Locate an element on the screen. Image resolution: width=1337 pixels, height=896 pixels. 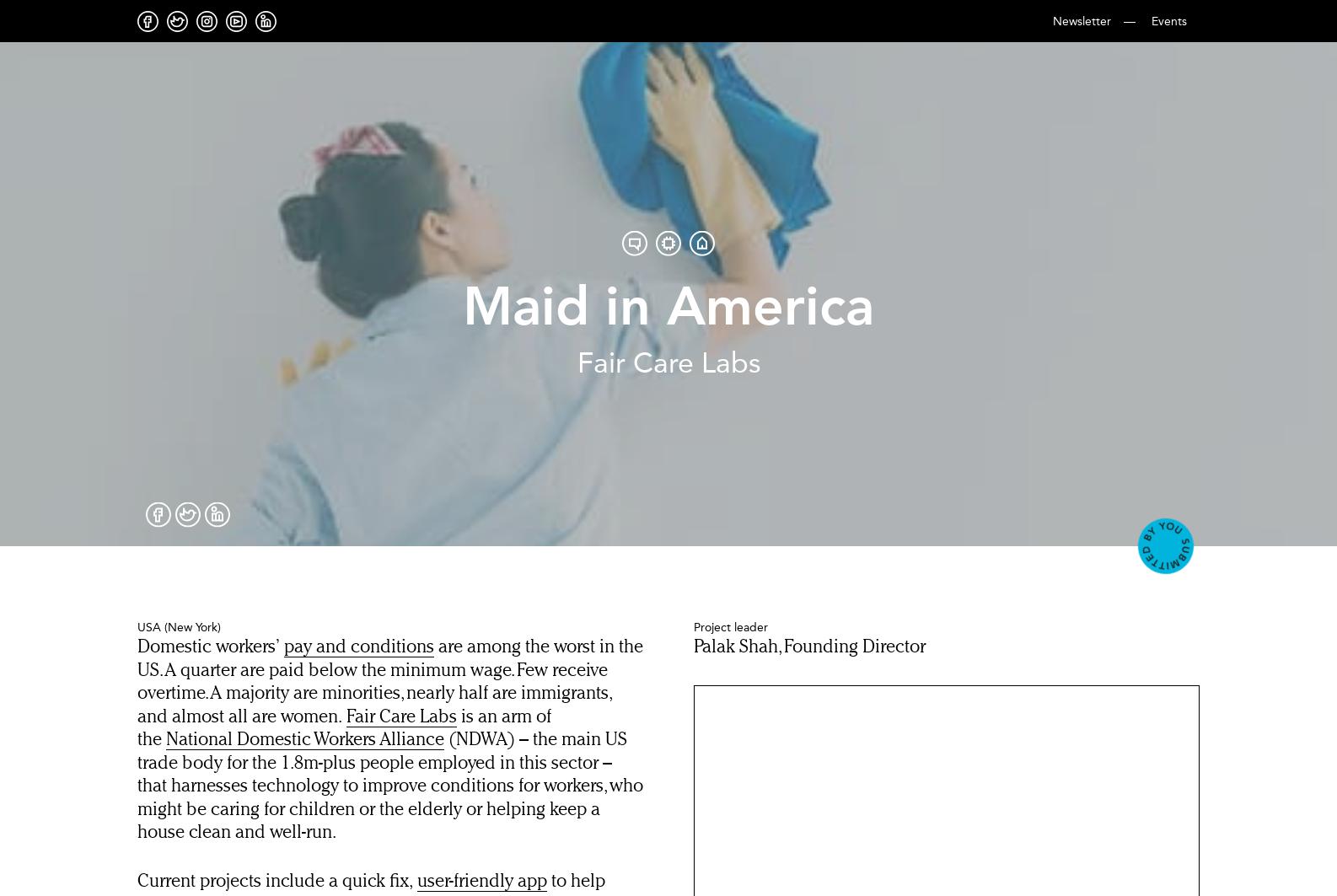
'National Domestic Workers Alliance' is located at coordinates (304, 739).